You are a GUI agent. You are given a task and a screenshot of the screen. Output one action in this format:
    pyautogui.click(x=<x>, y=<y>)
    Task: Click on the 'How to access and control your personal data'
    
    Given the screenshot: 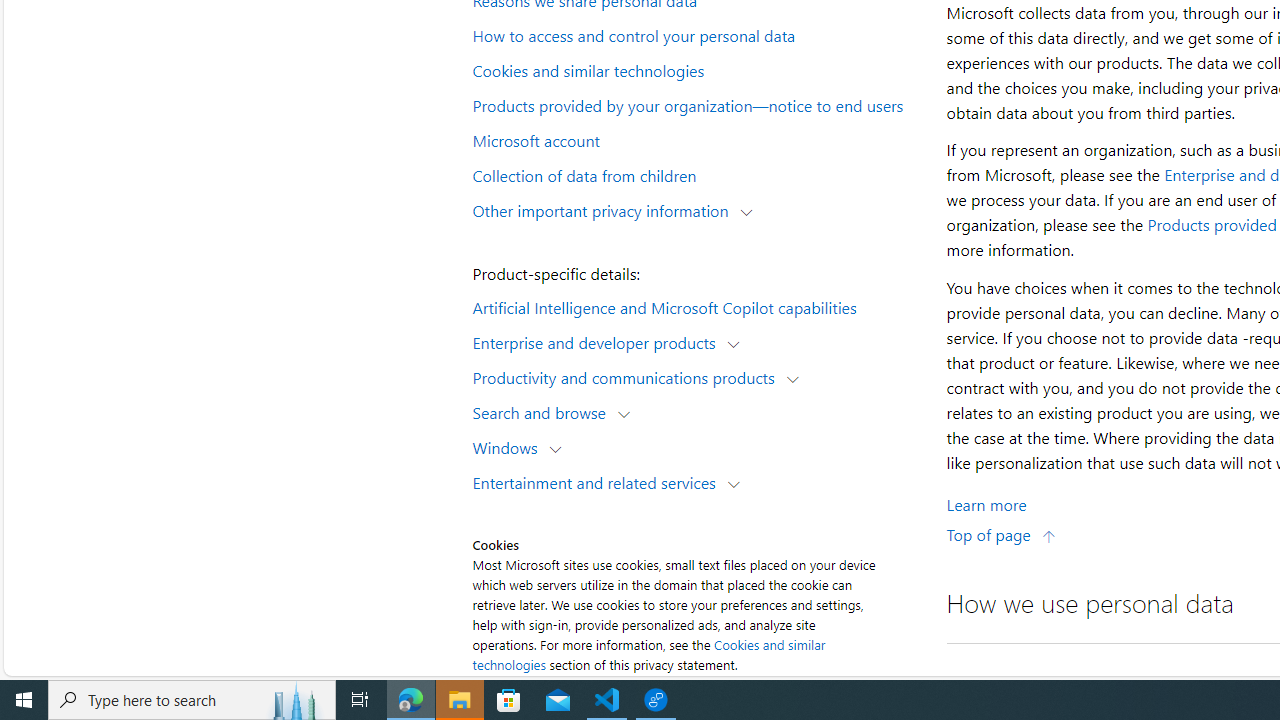 What is the action you would take?
    pyautogui.click(x=696, y=35)
    